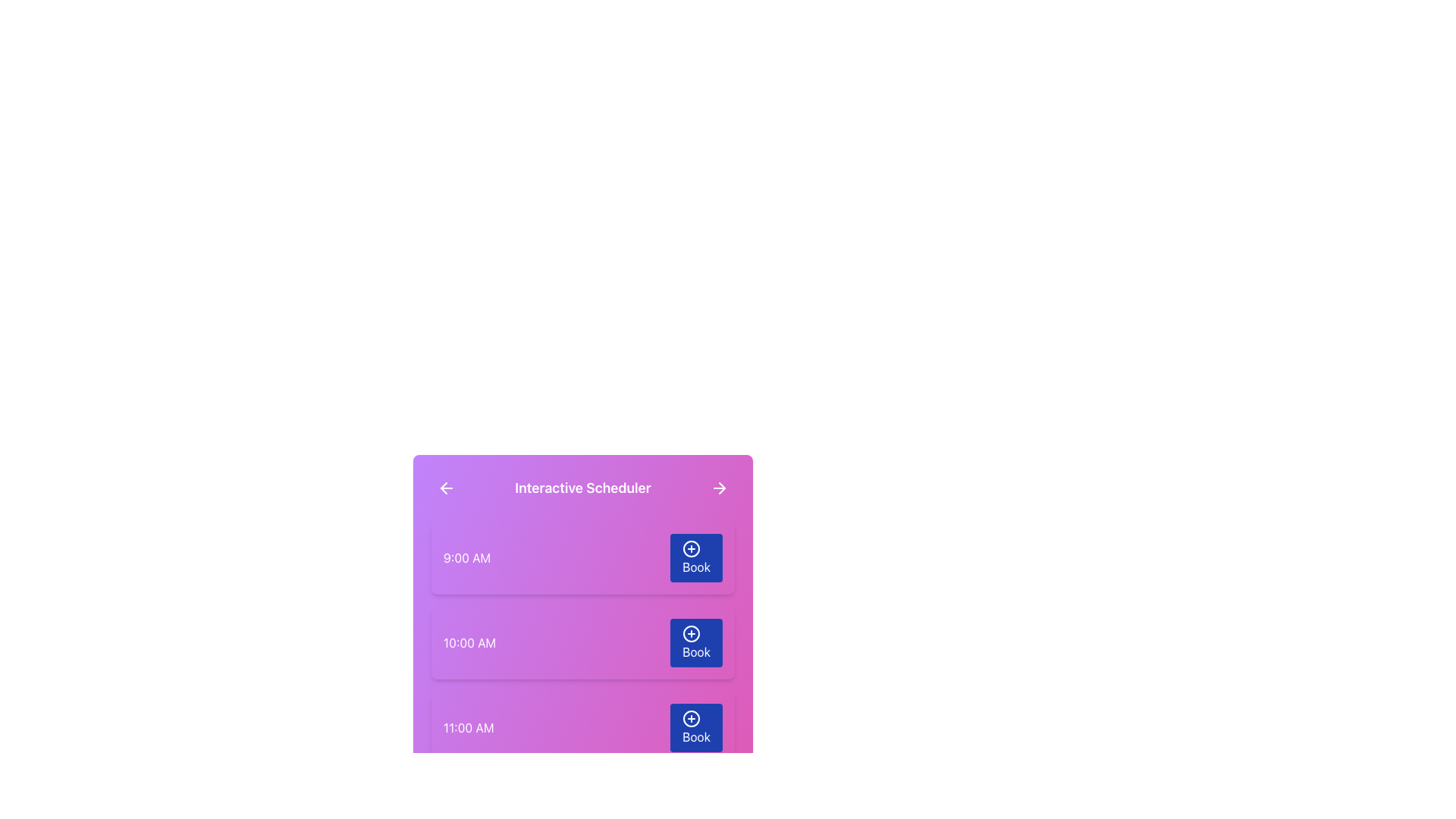  What do you see at coordinates (469, 643) in the screenshot?
I see `the text label displaying the time slot for a scheduled appointment, located in the second row of the scheduling interface, to the left of the blue button labeled 'Book'` at bounding box center [469, 643].